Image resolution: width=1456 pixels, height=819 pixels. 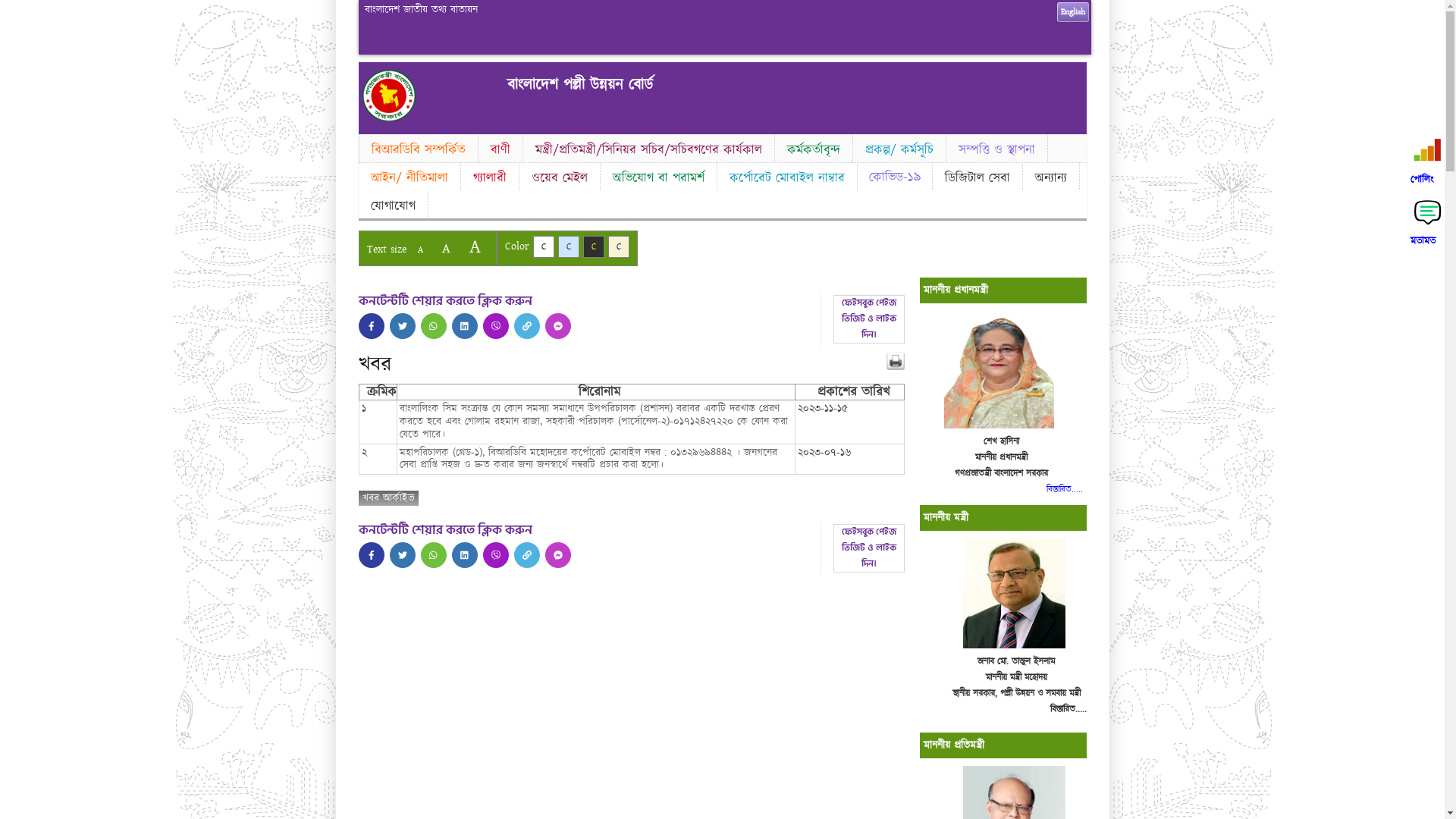 What do you see at coordinates (389, 117) in the screenshot?
I see `'Home'` at bounding box center [389, 117].